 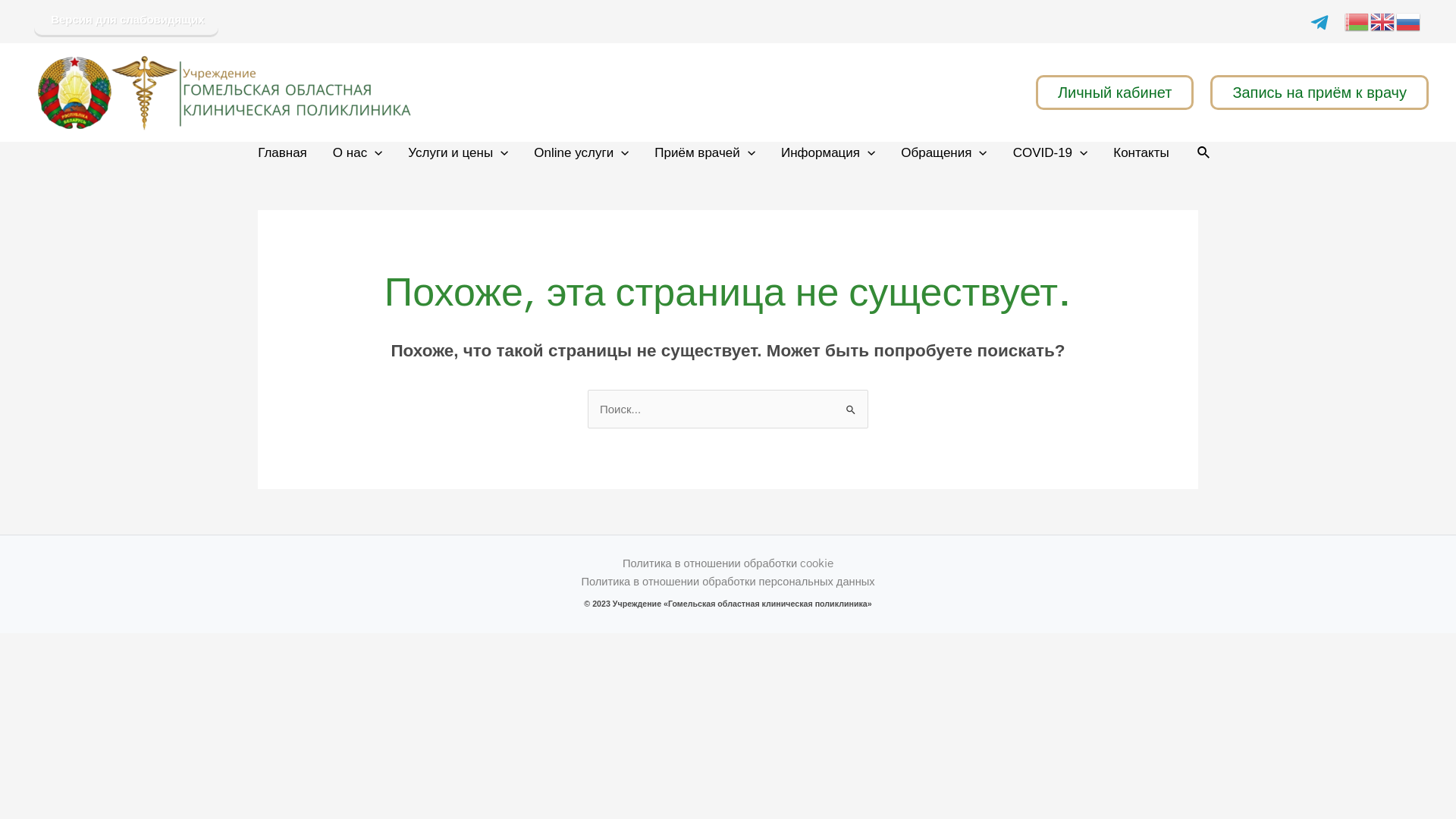 I want to click on 'COVID-19', so click(x=1050, y=152).